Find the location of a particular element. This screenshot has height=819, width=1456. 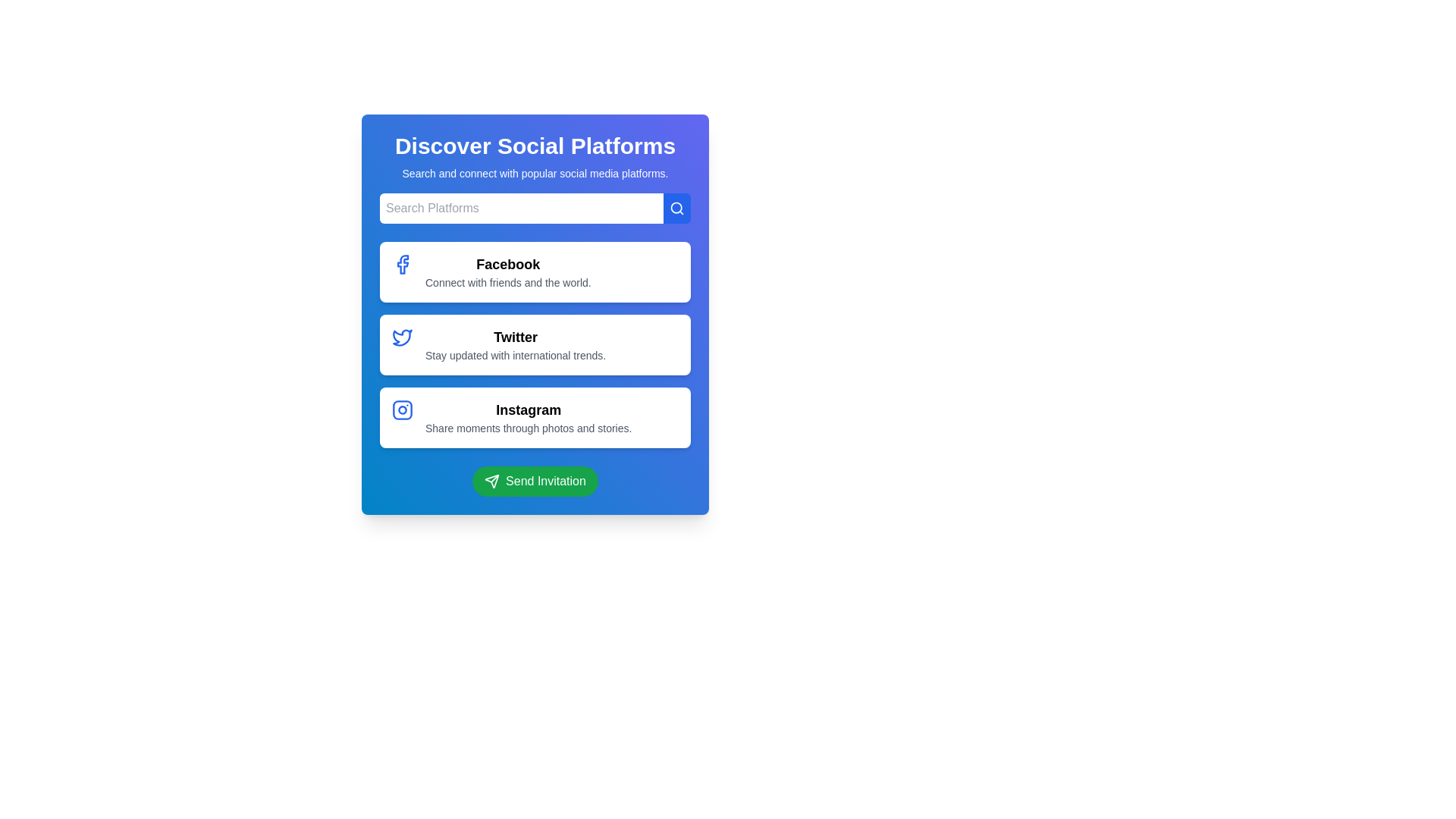

the Informational Card displaying 'Facebook' with a blue icon, which is the first card in a vertical stack of three cards is located at coordinates (535, 271).